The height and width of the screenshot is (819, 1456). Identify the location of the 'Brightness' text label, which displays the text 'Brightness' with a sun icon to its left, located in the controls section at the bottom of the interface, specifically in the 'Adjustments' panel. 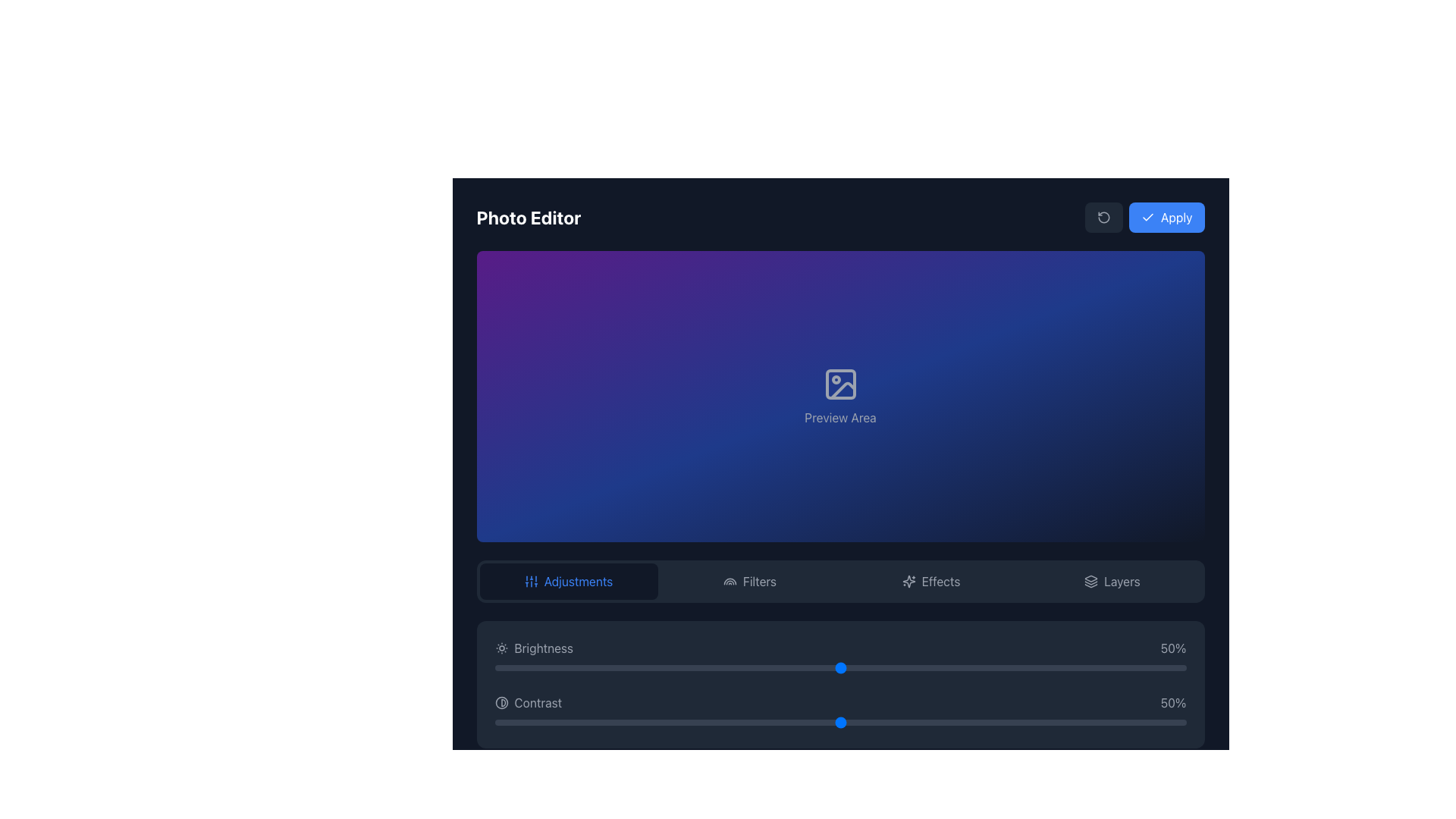
(534, 648).